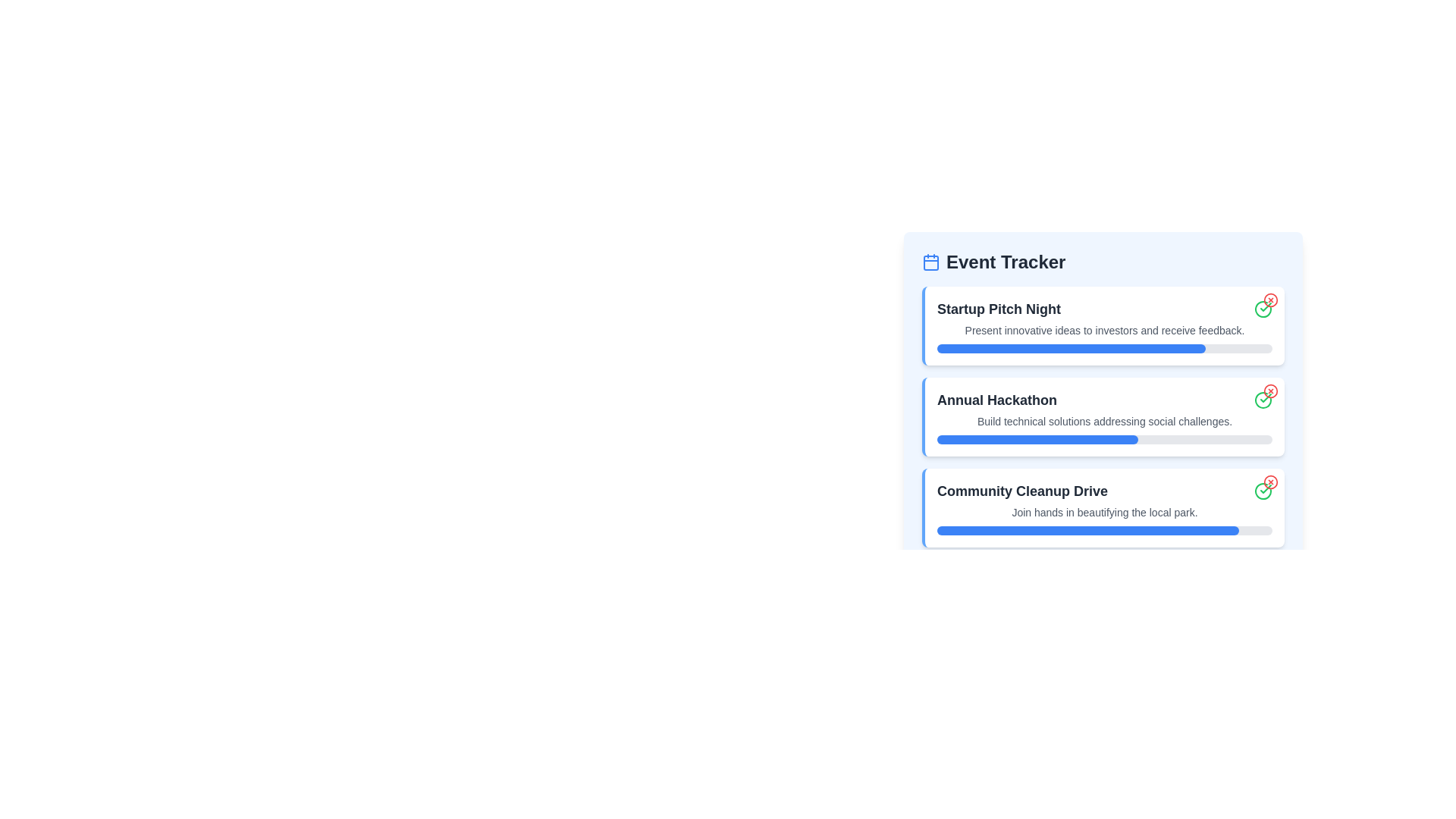  What do you see at coordinates (1070, 348) in the screenshot?
I see `the Progress Indicator that visually indicates the progress or completion percentage for the 'Startup Pitch Night' in the 'Event Tracker' section` at bounding box center [1070, 348].